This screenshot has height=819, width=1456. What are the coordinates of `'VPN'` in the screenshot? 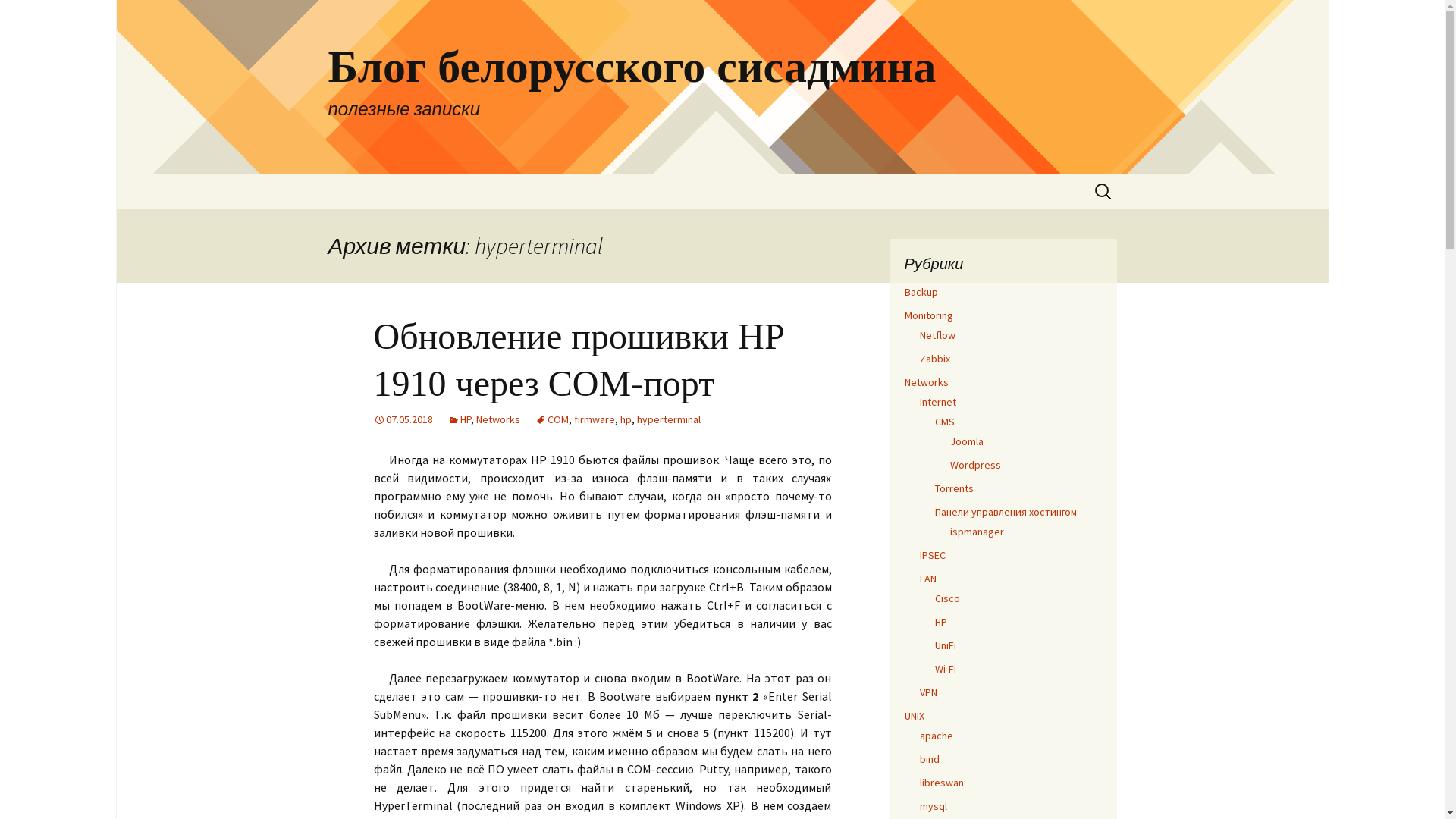 It's located at (927, 692).